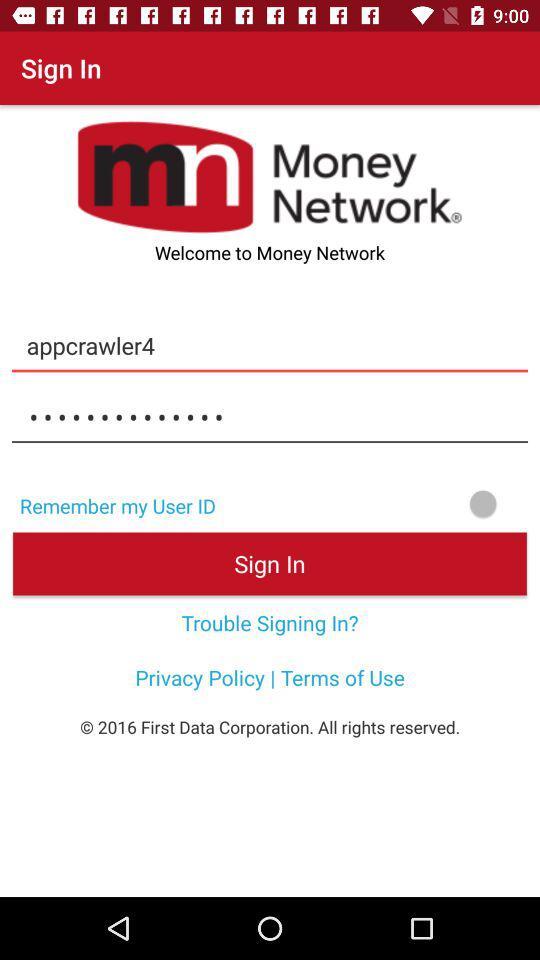 Image resolution: width=540 pixels, height=960 pixels. I want to click on trouble signing in? item, so click(270, 621).